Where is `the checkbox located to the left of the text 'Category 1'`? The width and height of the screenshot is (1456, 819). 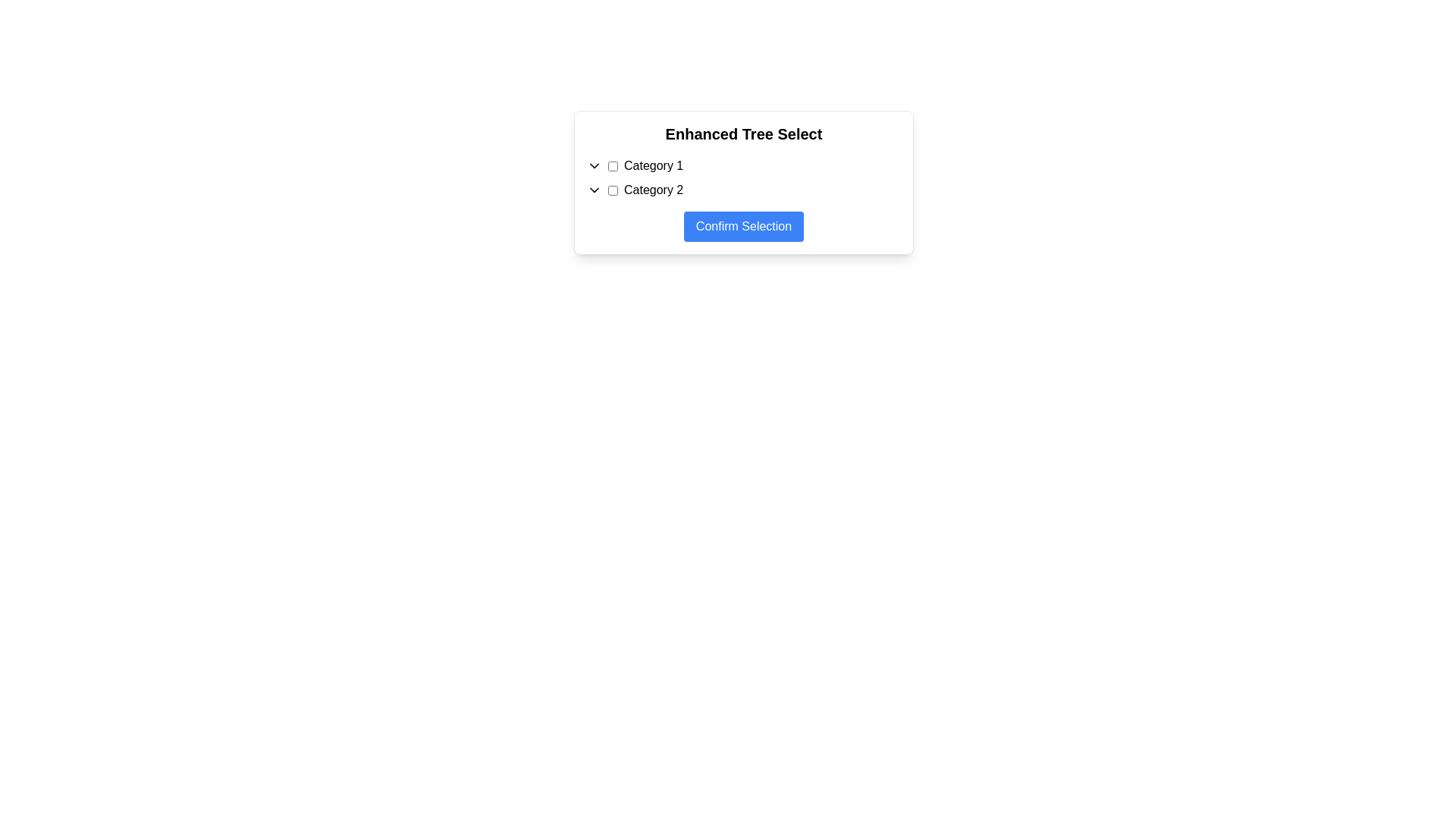
the checkbox located to the left of the text 'Category 1' is located at coordinates (613, 166).